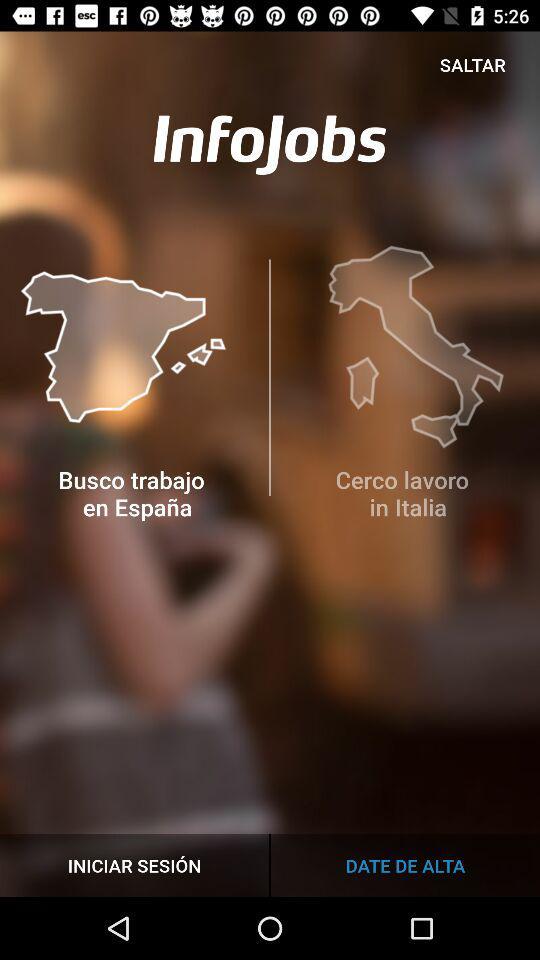 Image resolution: width=540 pixels, height=960 pixels. Describe the element at coordinates (405, 864) in the screenshot. I see `item below the busco trabajo en` at that location.